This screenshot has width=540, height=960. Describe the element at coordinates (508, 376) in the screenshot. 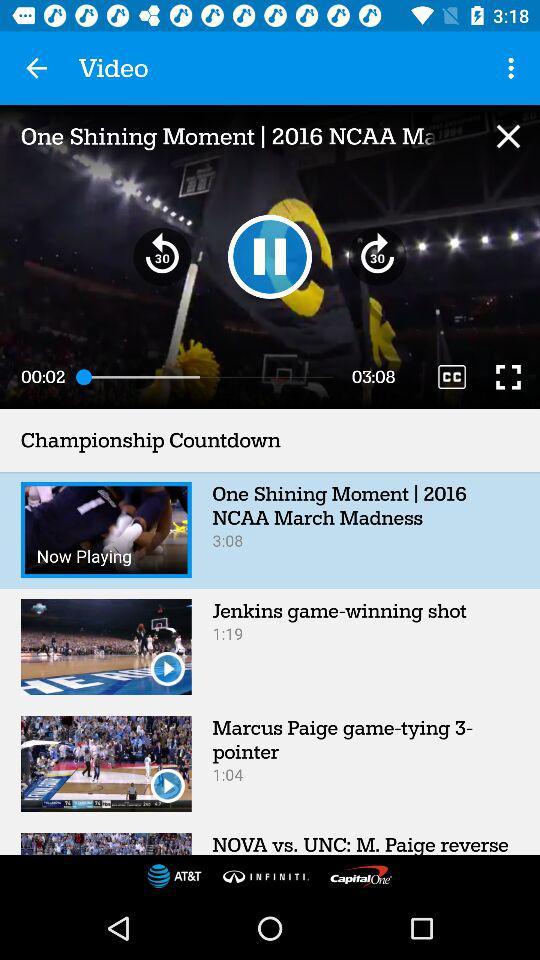

I see `full screen` at that location.